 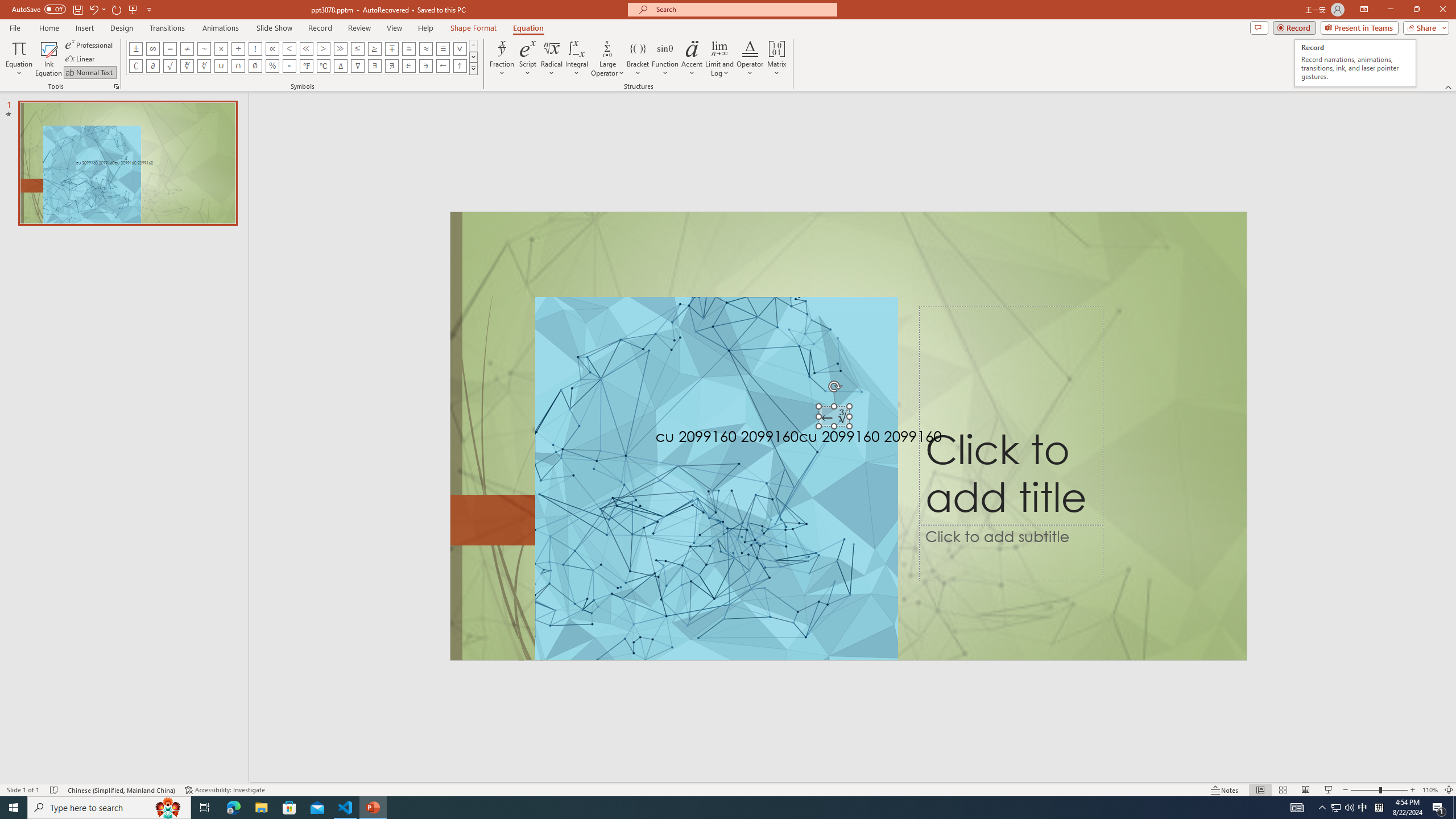 What do you see at coordinates (90, 44) in the screenshot?
I see `'Professional'` at bounding box center [90, 44].